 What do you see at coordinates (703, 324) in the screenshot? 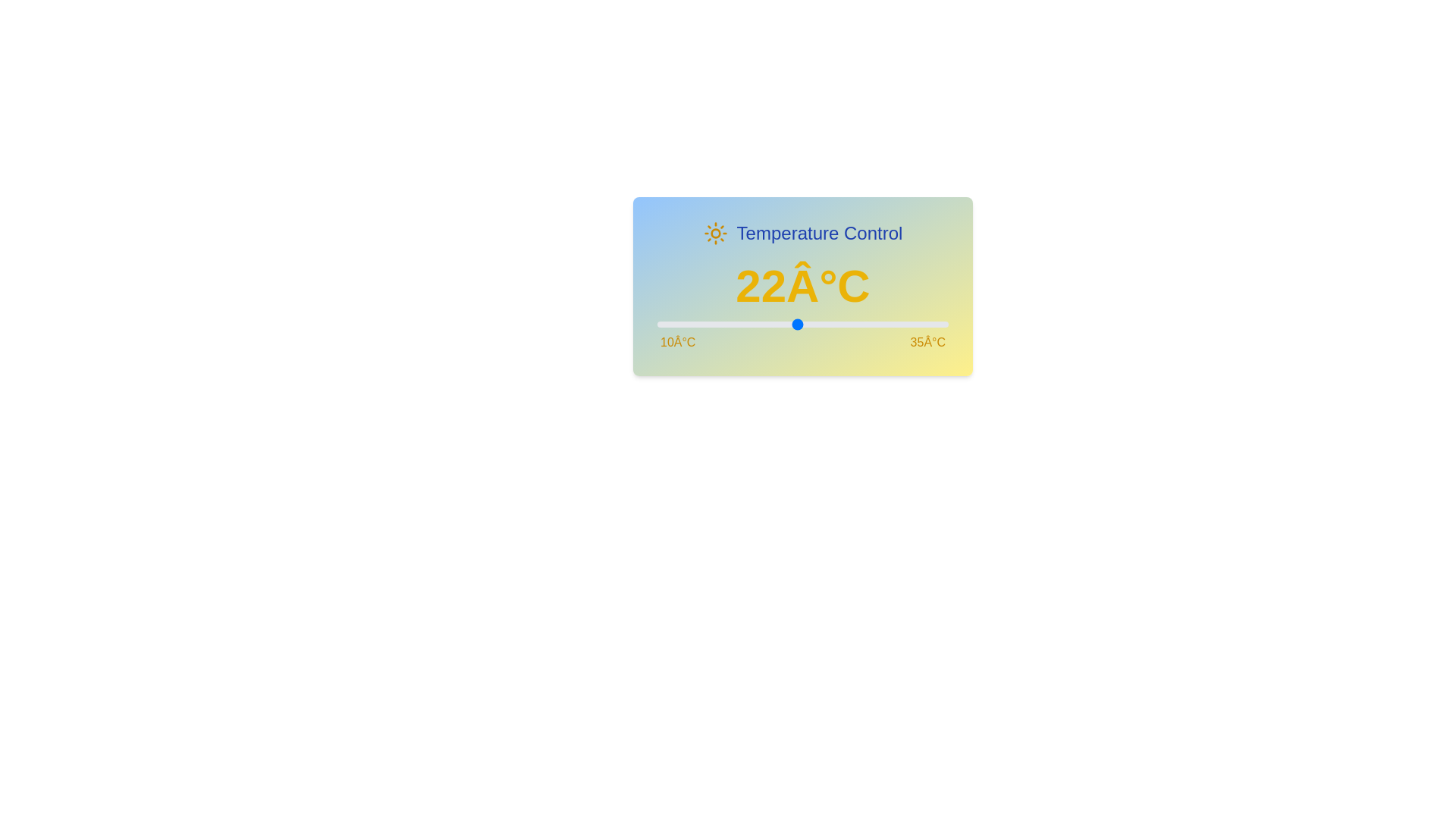
I see `the temperature slider to set the temperature to 14°C` at bounding box center [703, 324].